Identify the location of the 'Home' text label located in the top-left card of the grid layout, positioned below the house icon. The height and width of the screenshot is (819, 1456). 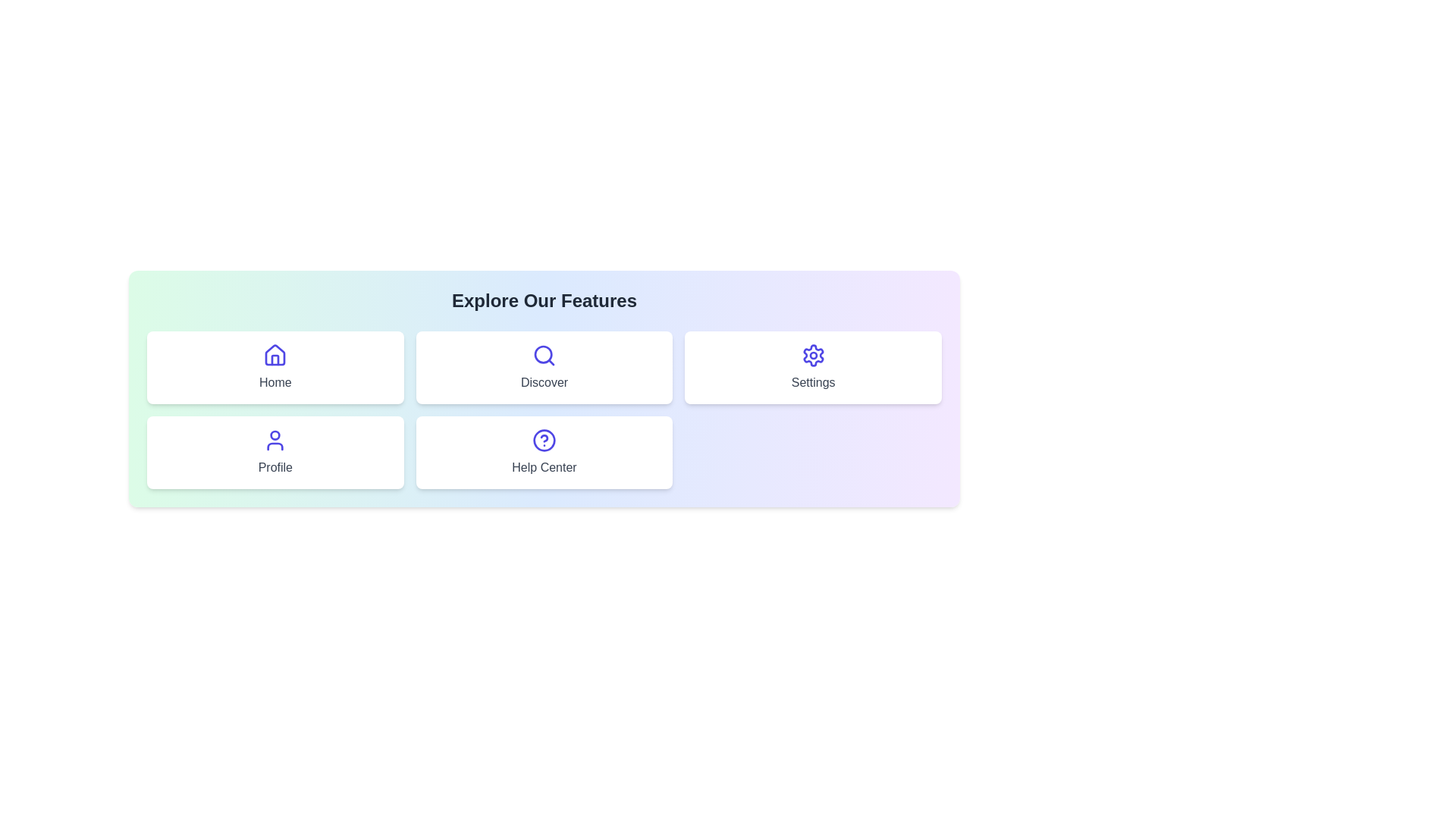
(275, 382).